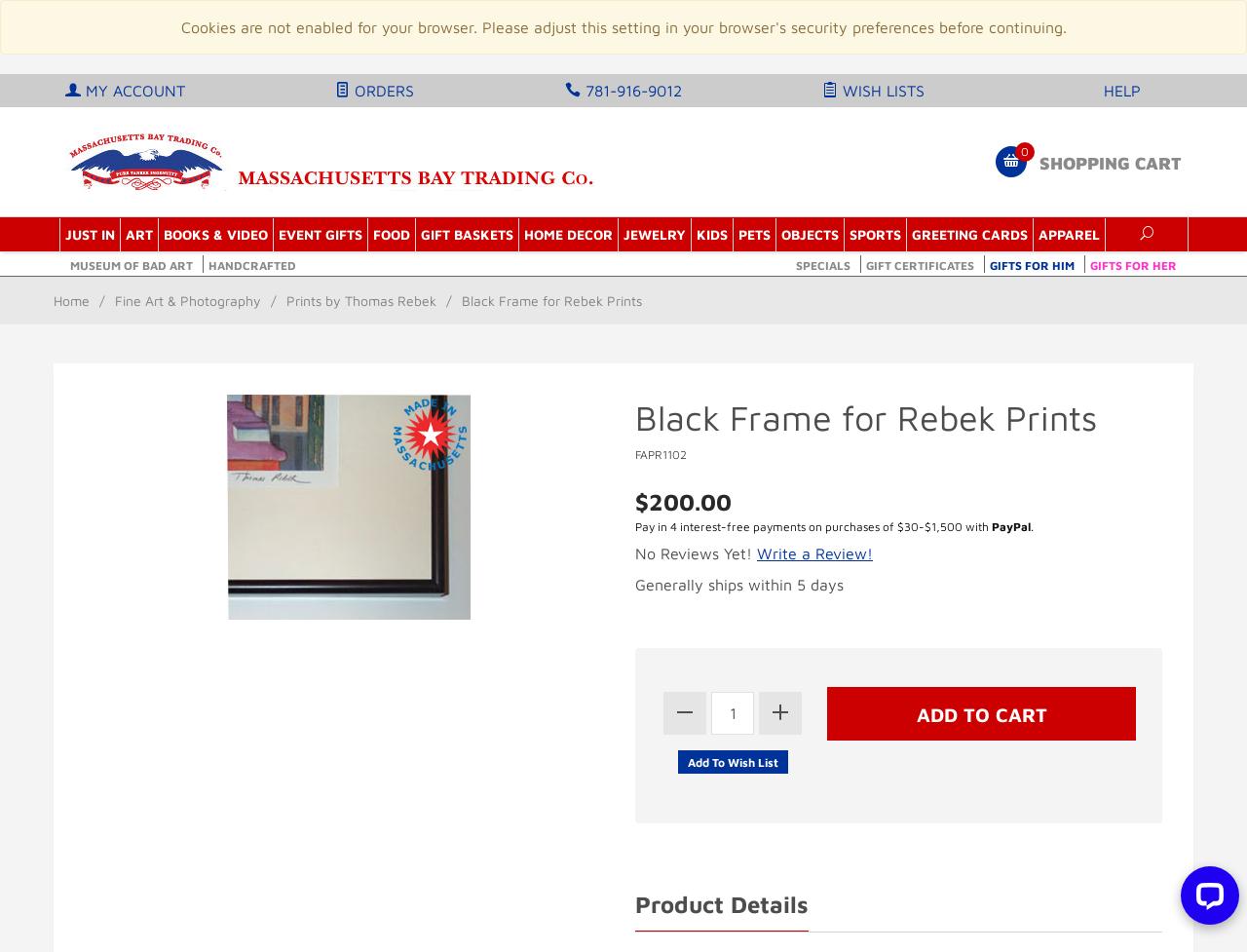 The height and width of the screenshot is (952, 1247). What do you see at coordinates (390, 233) in the screenshot?
I see `'Food'` at bounding box center [390, 233].